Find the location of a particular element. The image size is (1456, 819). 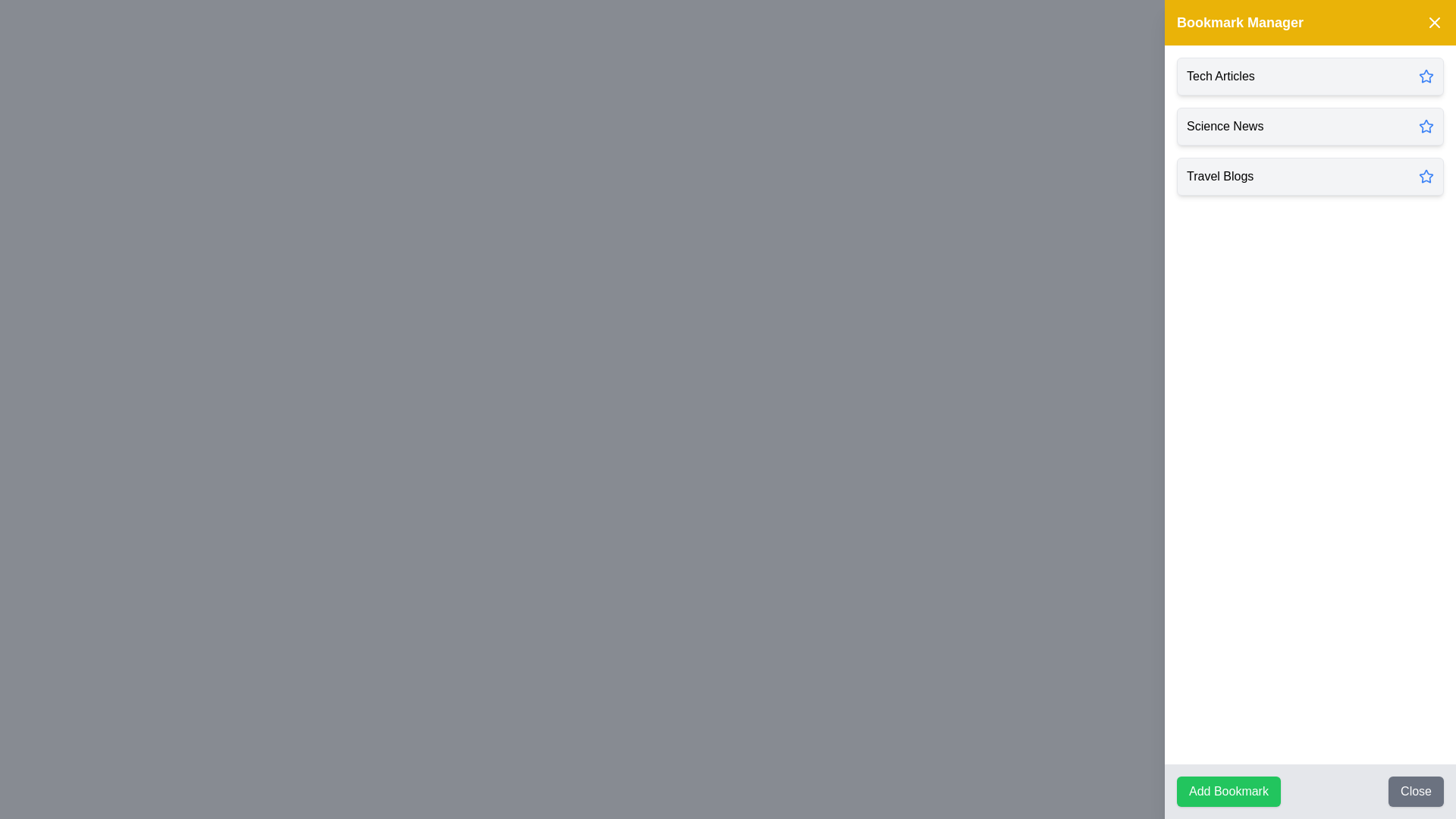

the star icon located to the right of the 'Science News' text in the 'Bookmark Manager' section is located at coordinates (1426, 125).